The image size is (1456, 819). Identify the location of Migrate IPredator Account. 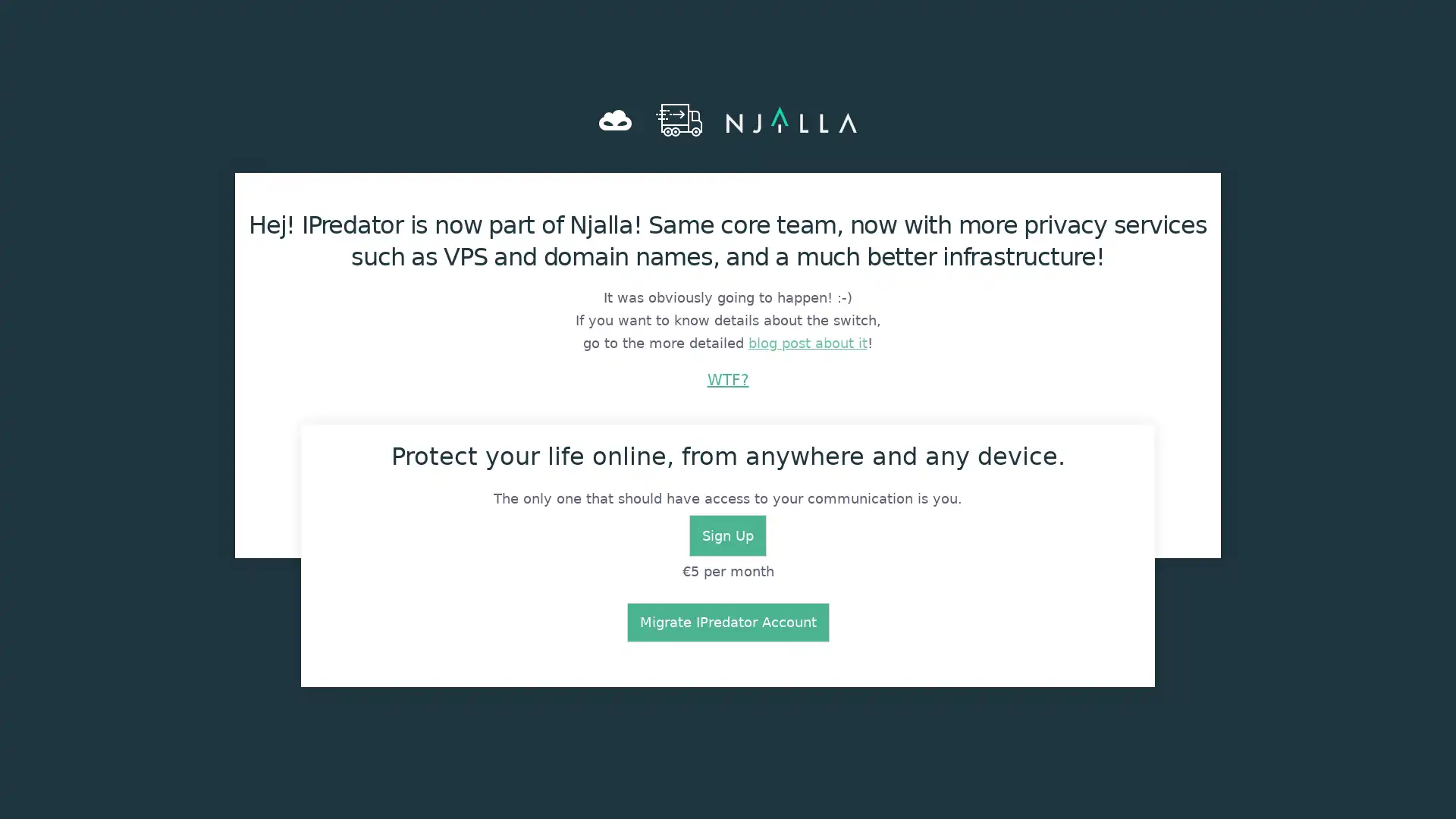
(726, 623).